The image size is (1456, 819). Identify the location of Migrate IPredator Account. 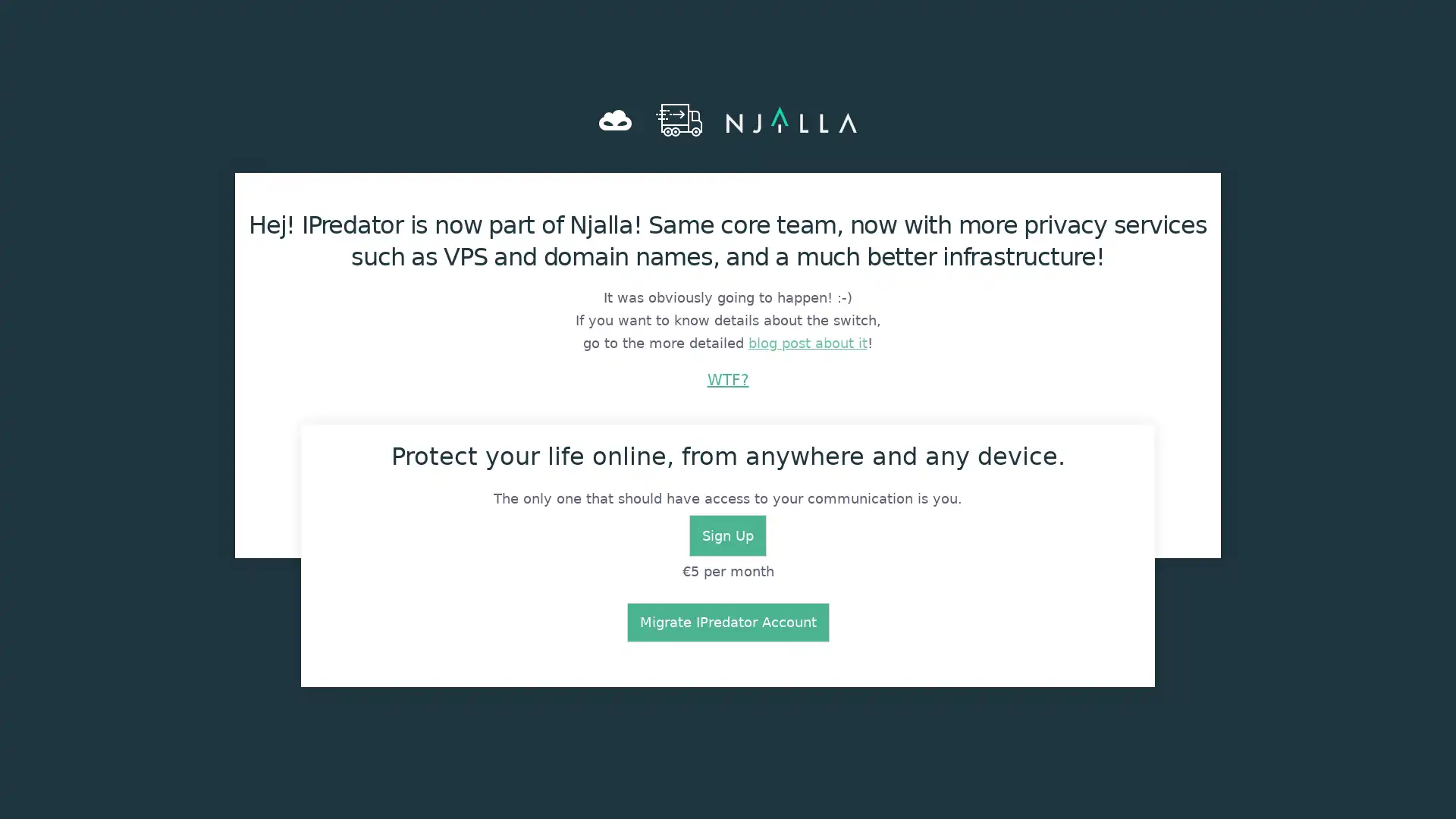
(726, 623).